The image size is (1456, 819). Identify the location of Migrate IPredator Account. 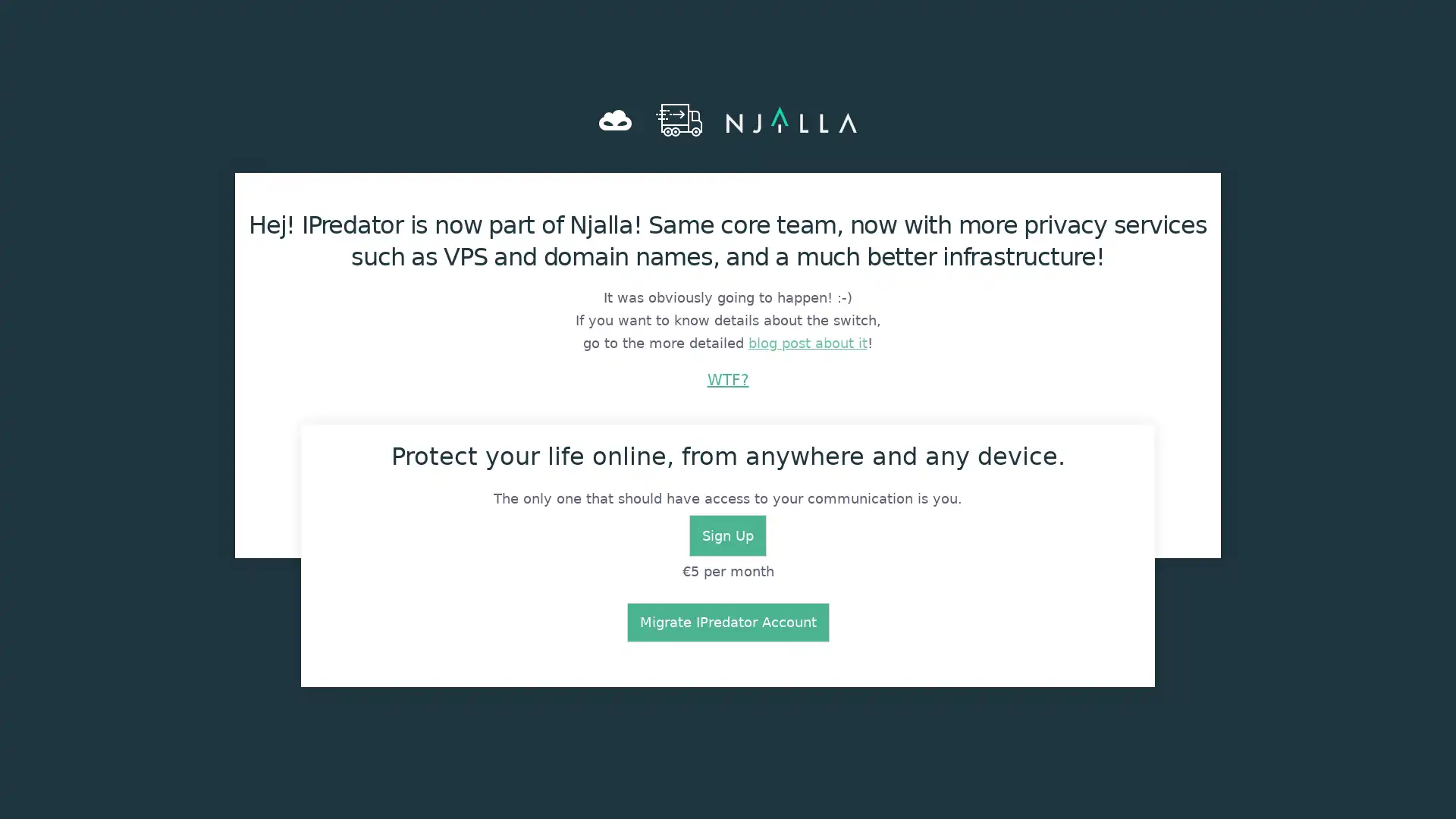
(726, 623).